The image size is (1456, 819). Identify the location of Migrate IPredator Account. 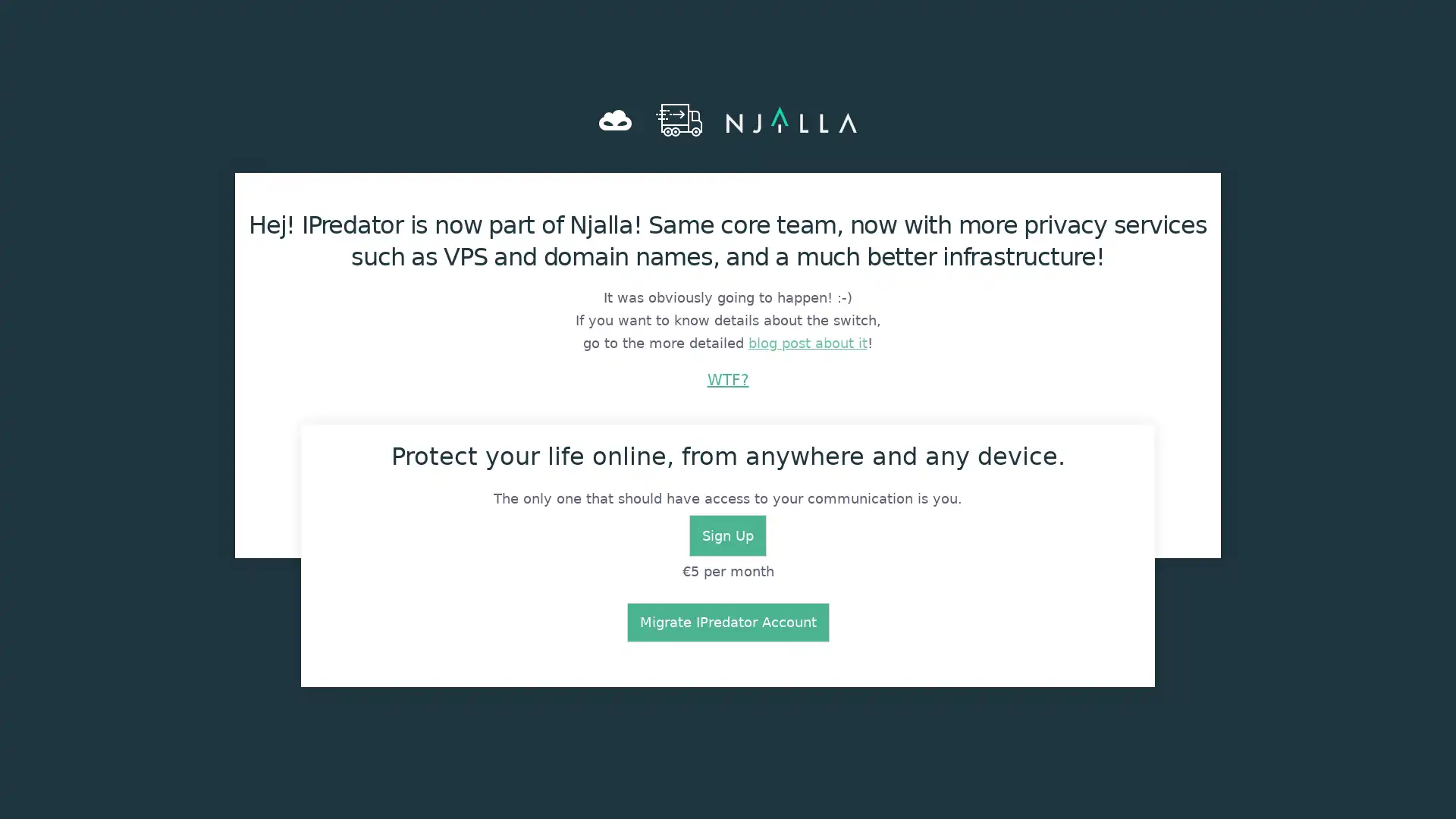
(726, 623).